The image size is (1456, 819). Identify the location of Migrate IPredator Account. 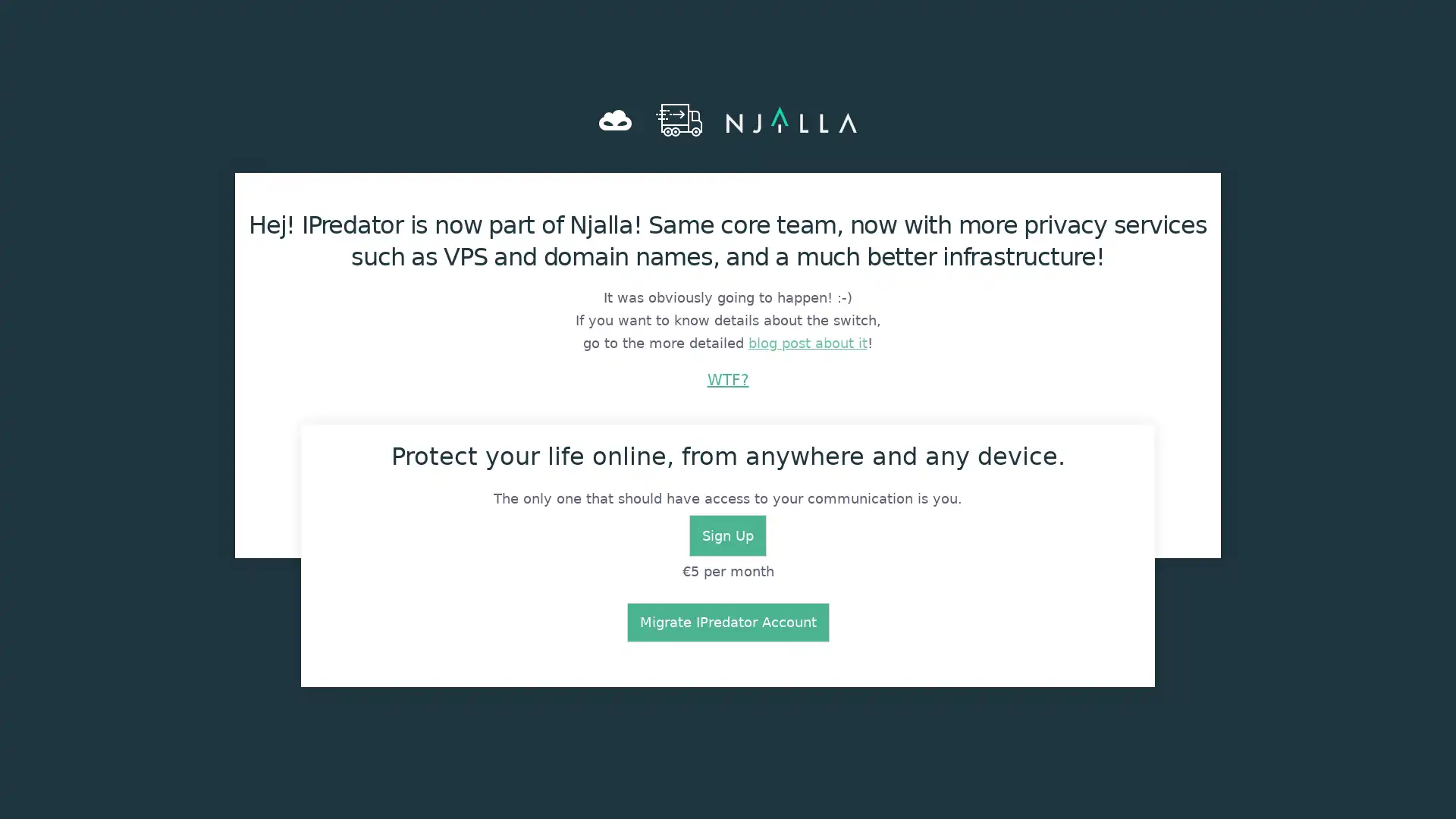
(726, 623).